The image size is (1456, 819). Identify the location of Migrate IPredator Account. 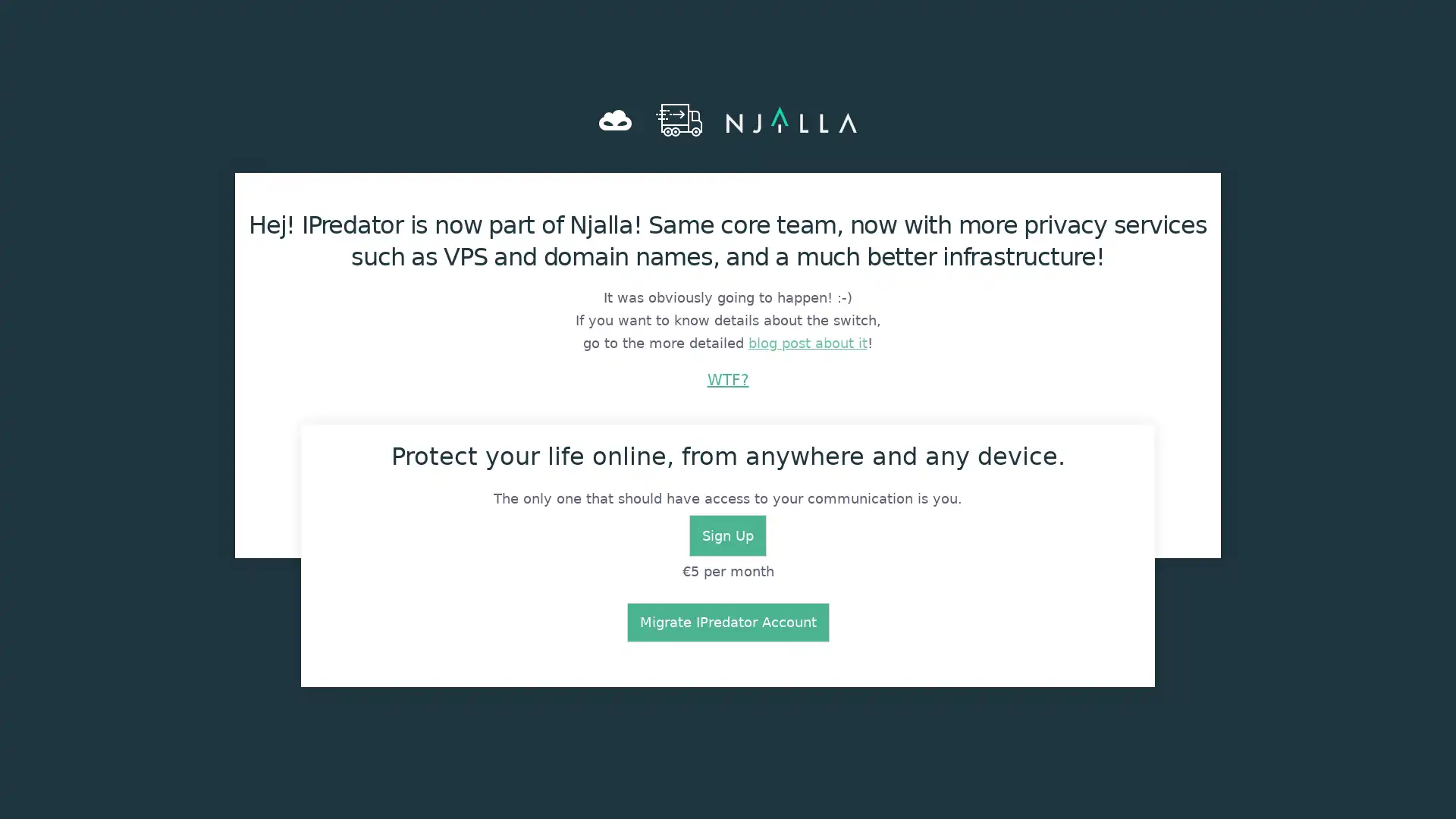
(726, 623).